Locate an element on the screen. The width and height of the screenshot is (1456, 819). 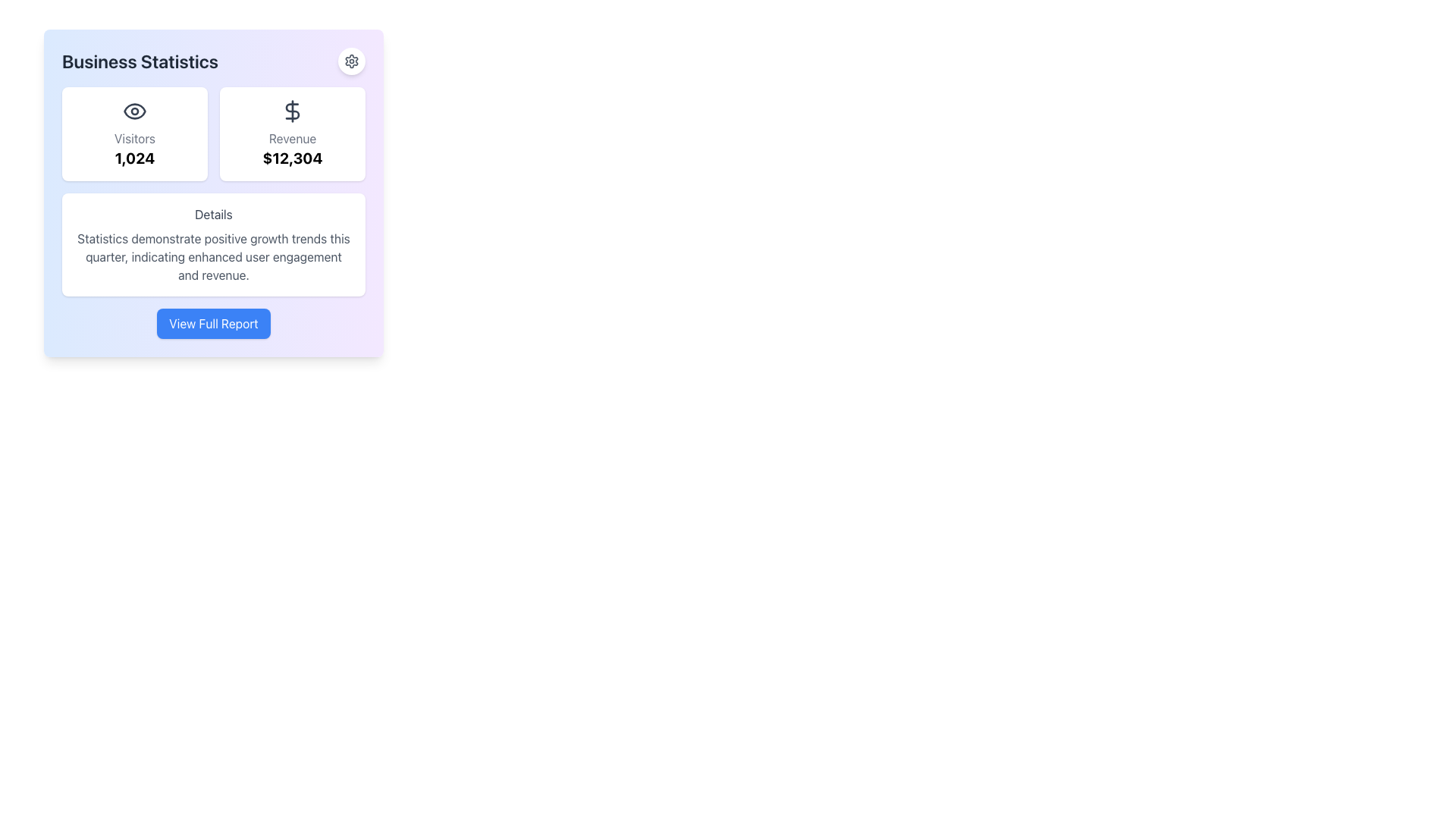
the gear-like icon located in the top-right corner of the 'Business Statistics' card is located at coordinates (351, 61).